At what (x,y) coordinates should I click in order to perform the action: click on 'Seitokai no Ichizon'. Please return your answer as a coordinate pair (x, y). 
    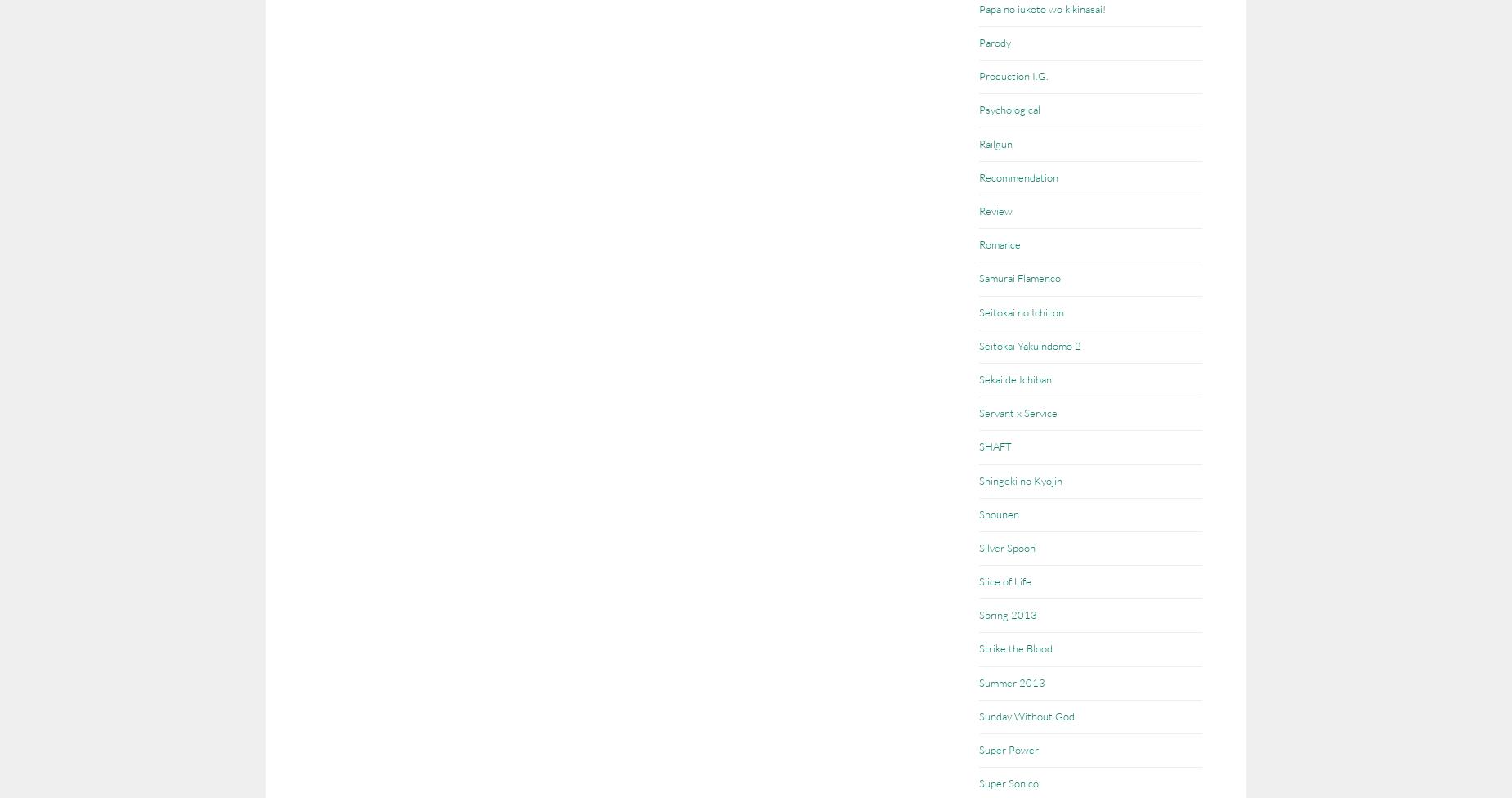
    Looking at the image, I should click on (1021, 311).